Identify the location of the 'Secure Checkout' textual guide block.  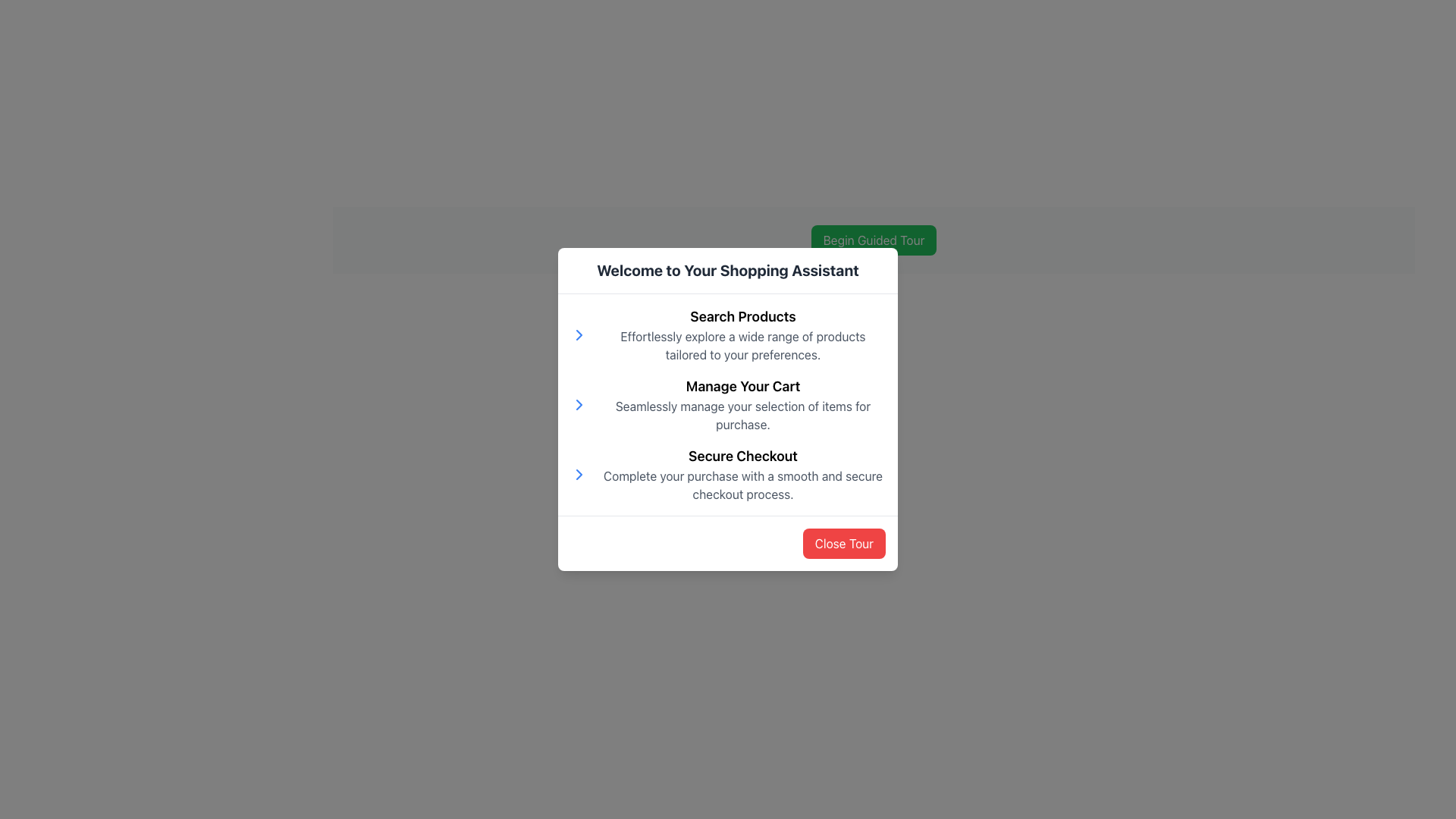
(728, 473).